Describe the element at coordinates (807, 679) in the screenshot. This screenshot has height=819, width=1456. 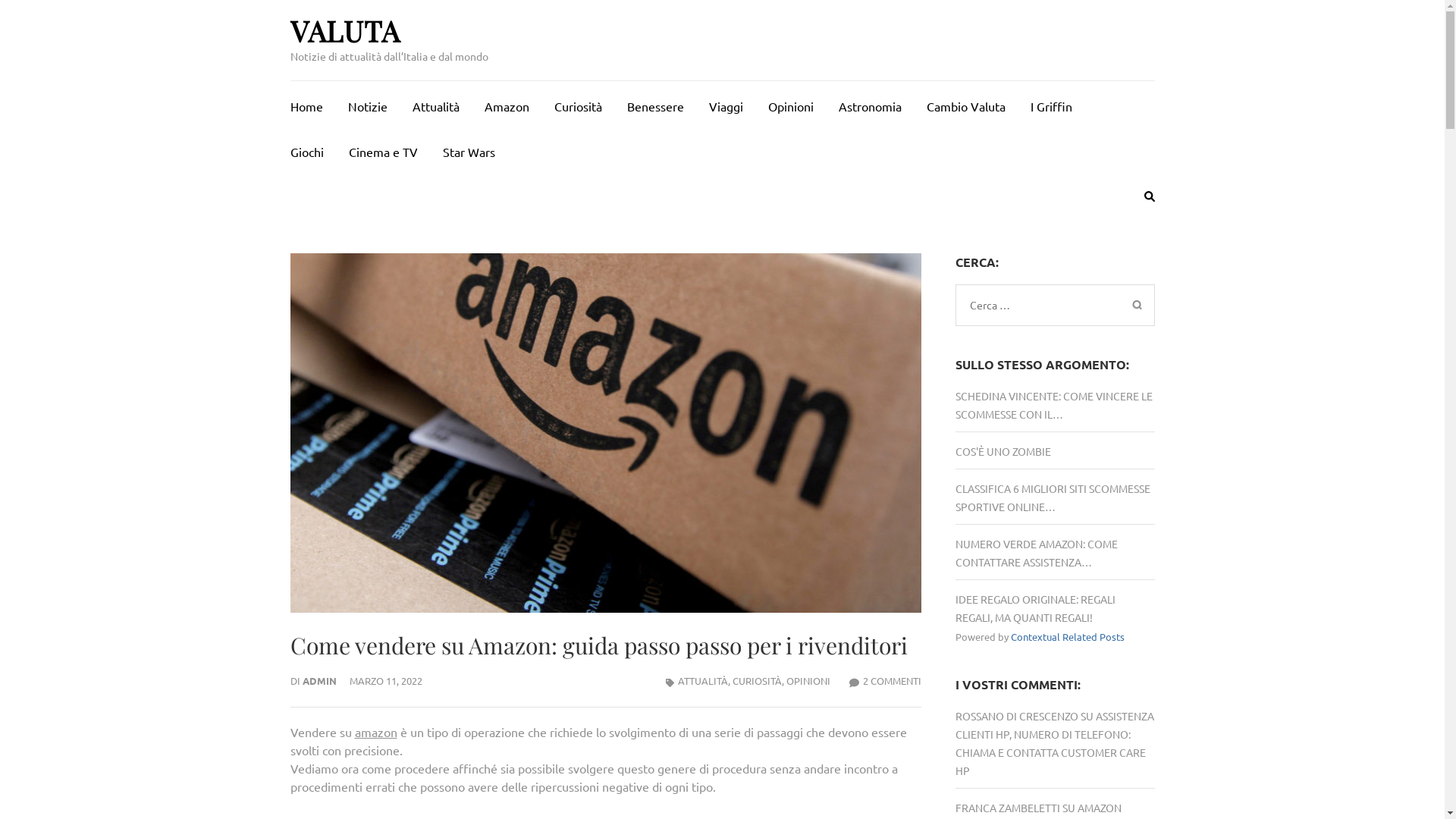
I see `'OPINIONI'` at that location.